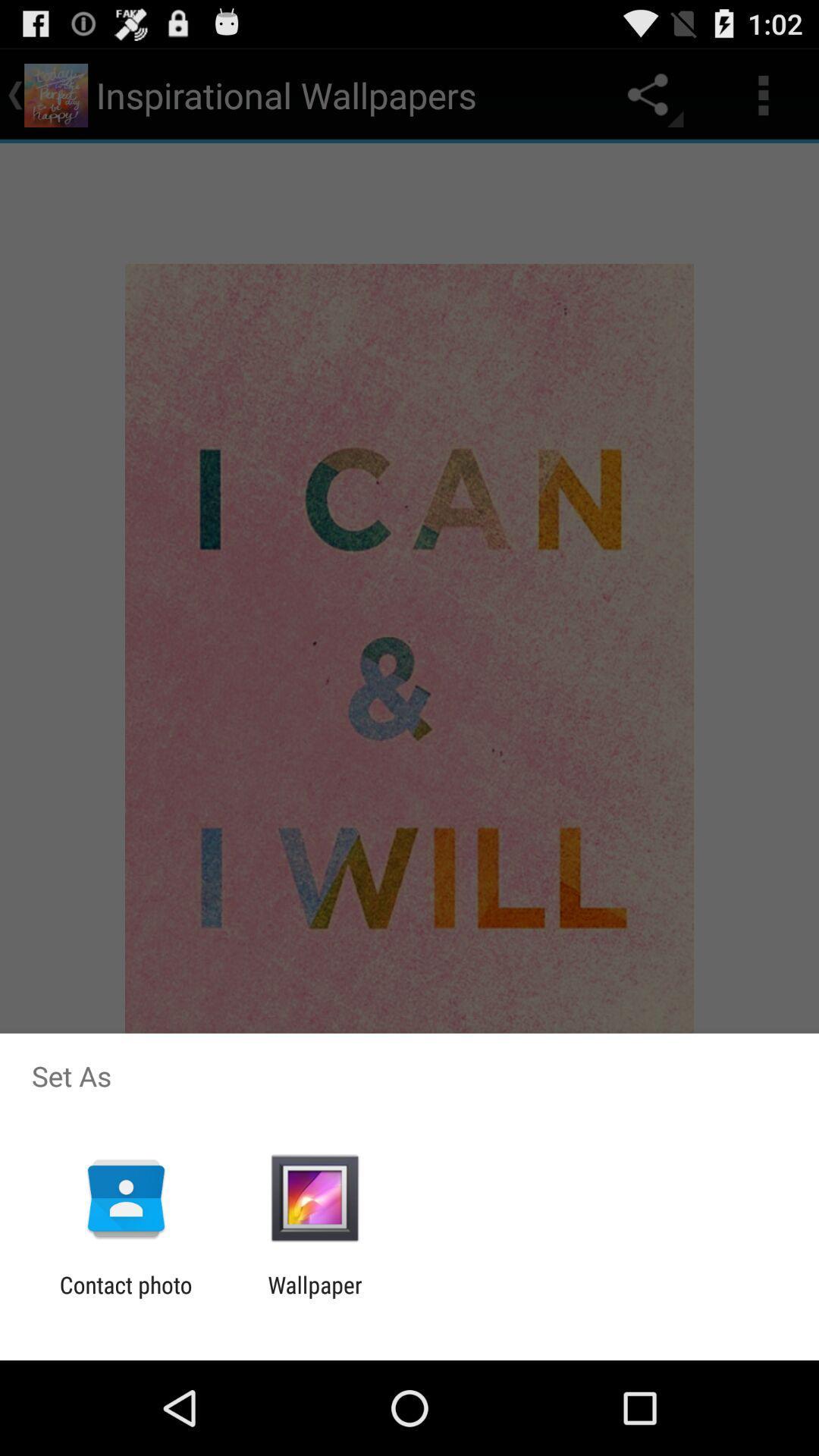 Image resolution: width=819 pixels, height=1456 pixels. I want to click on contact photo icon, so click(125, 1298).